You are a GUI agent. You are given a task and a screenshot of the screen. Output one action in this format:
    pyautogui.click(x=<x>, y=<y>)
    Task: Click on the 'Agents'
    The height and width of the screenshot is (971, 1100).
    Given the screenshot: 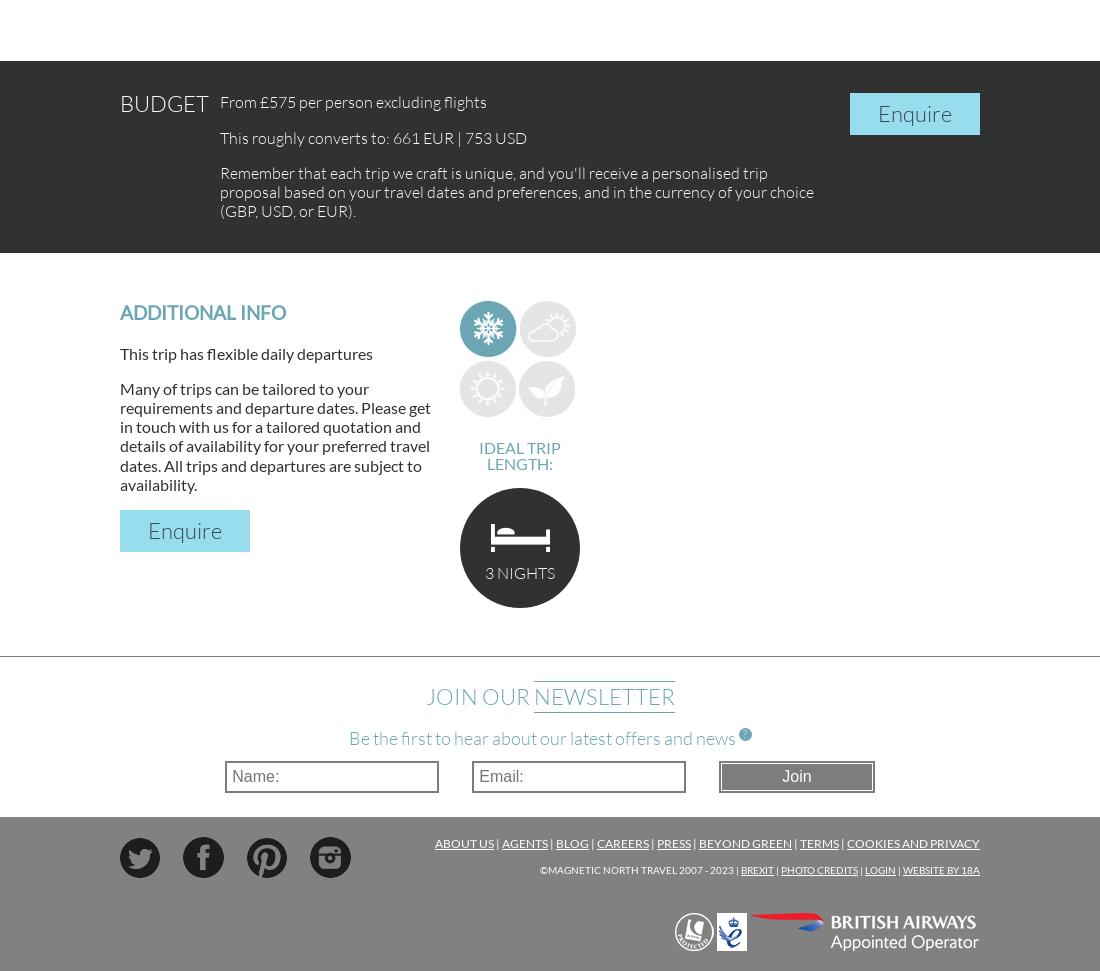 What is the action you would take?
    pyautogui.click(x=502, y=842)
    